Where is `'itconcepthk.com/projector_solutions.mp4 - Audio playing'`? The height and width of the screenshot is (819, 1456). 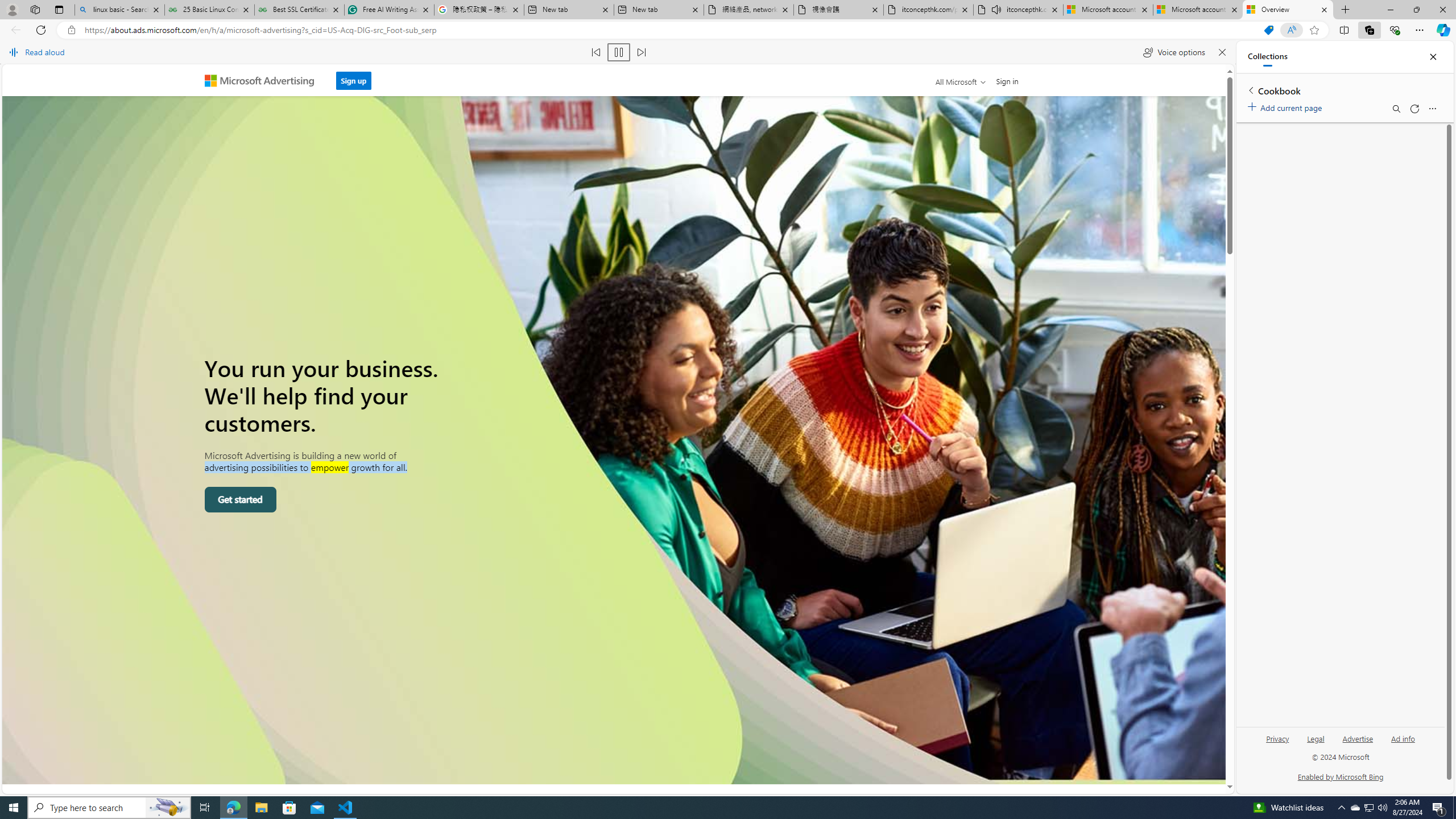 'itconcepthk.com/projector_solutions.mp4 - Audio playing' is located at coordinates (1017, 9).